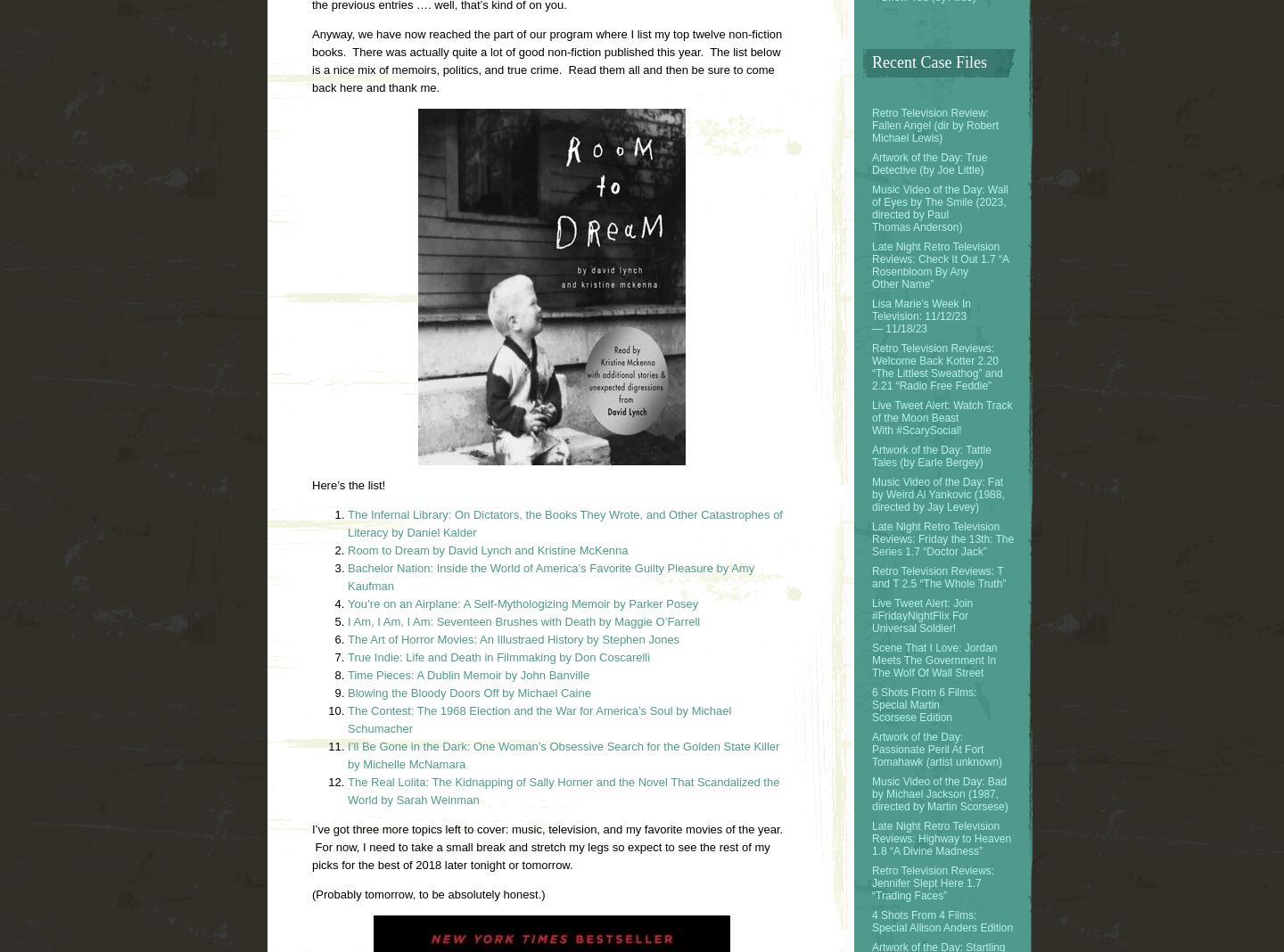  I want to click on 'Retro Television Reviews: Welcome Back Kotter 2.20 “The Littlest Sweathog” and 2.21 “Radio Free Feddie”', so click(937, 365).